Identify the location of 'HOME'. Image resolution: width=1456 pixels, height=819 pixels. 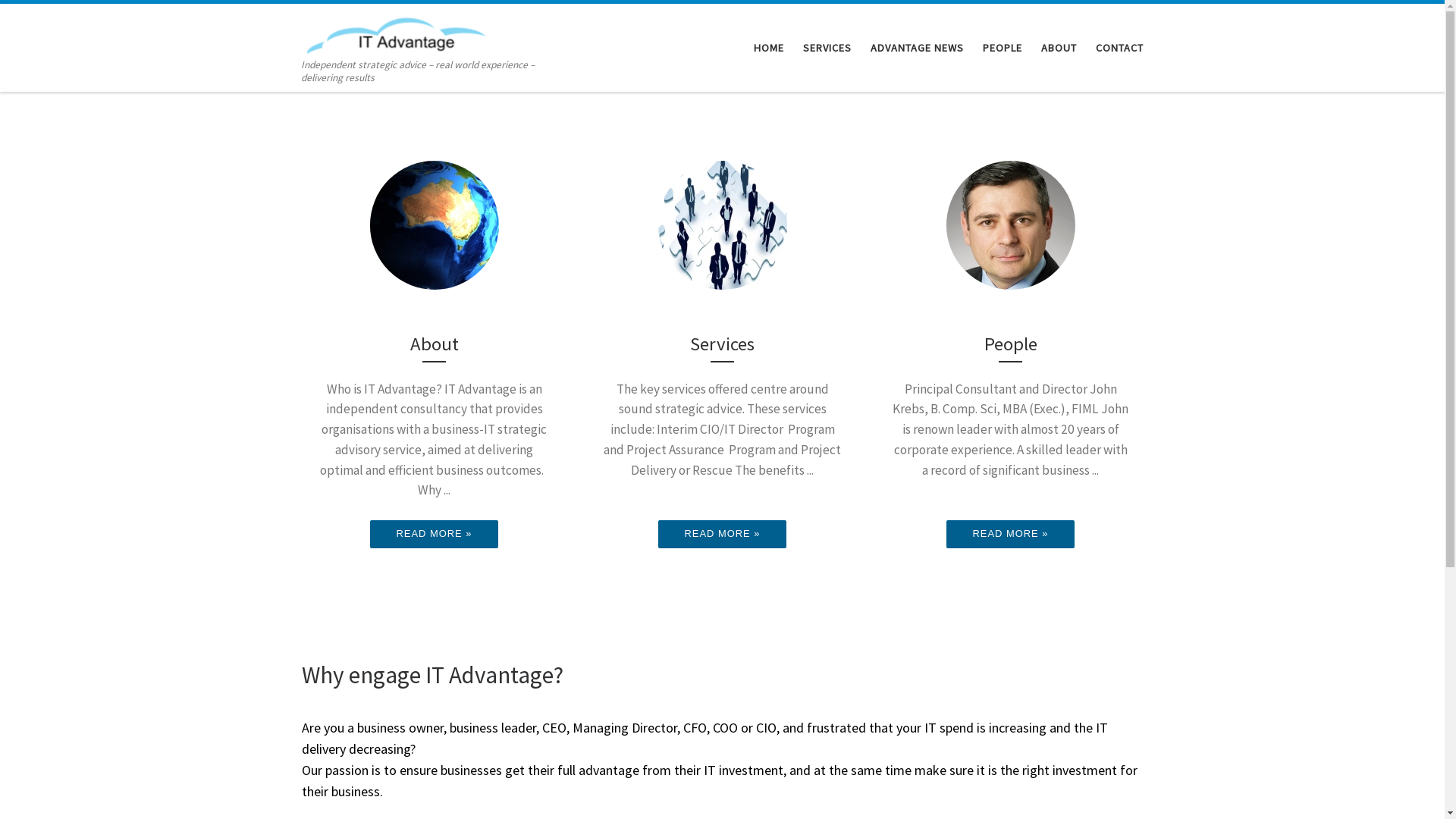
(768, 46).